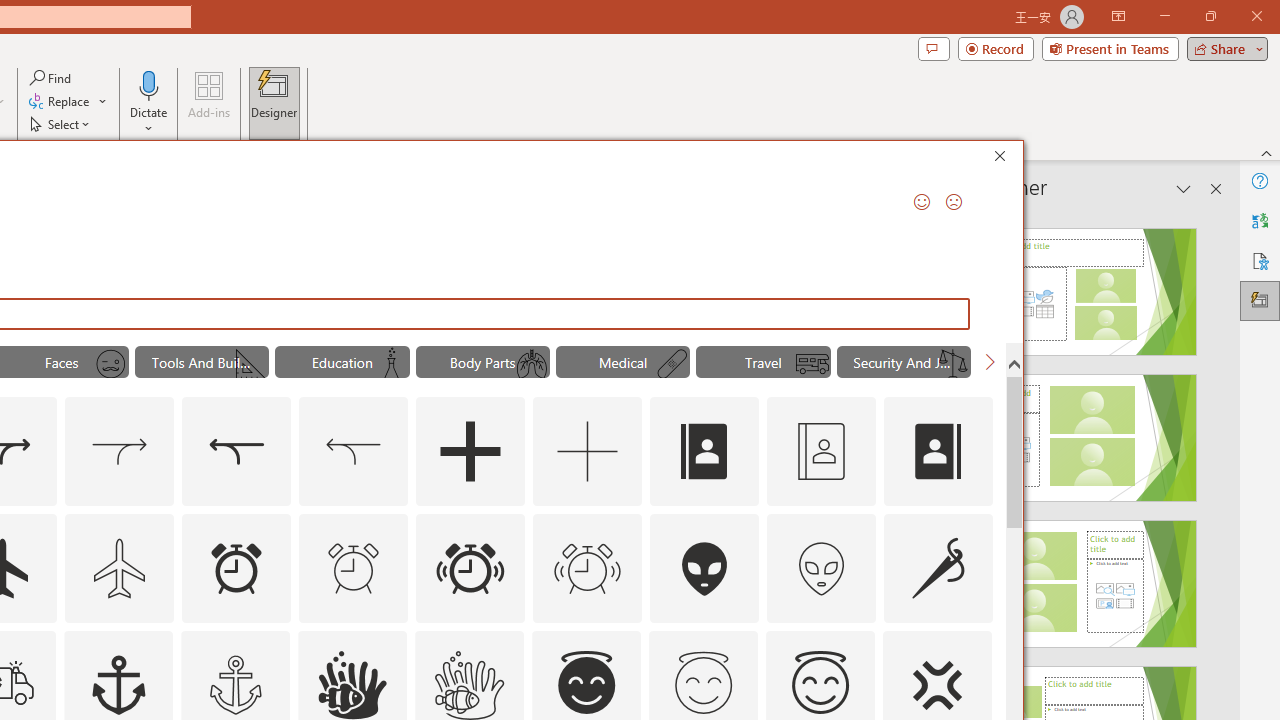 The image size is (1280, 720). Describe the element at coordinates (391, 364) in the screenshot. I see `'AutomationID: Icons_Flask_M'` at that location.